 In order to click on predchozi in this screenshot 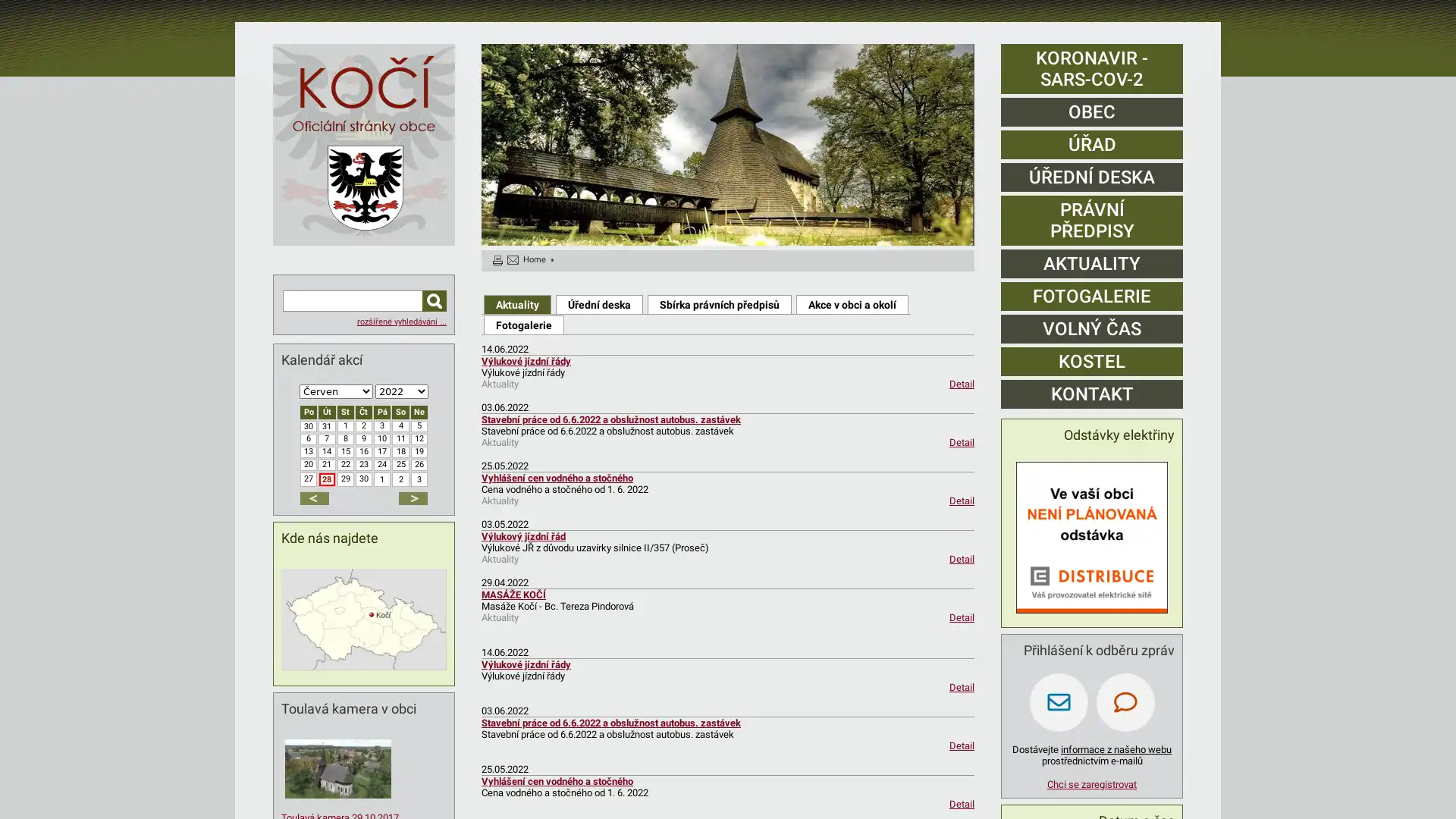, I will do `click(313, 497)`.